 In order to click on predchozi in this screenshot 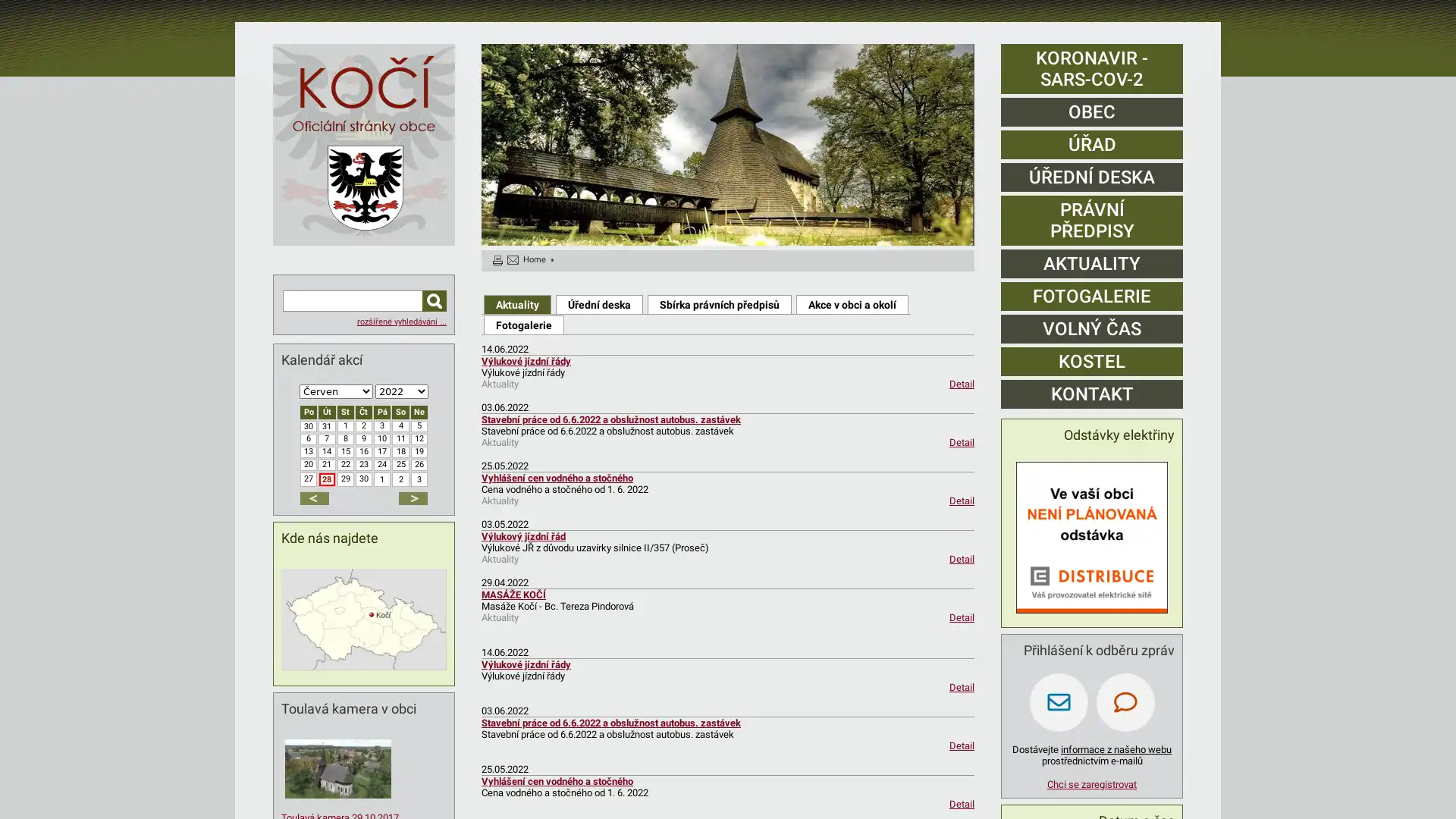, I will do `click(313, 497)`.